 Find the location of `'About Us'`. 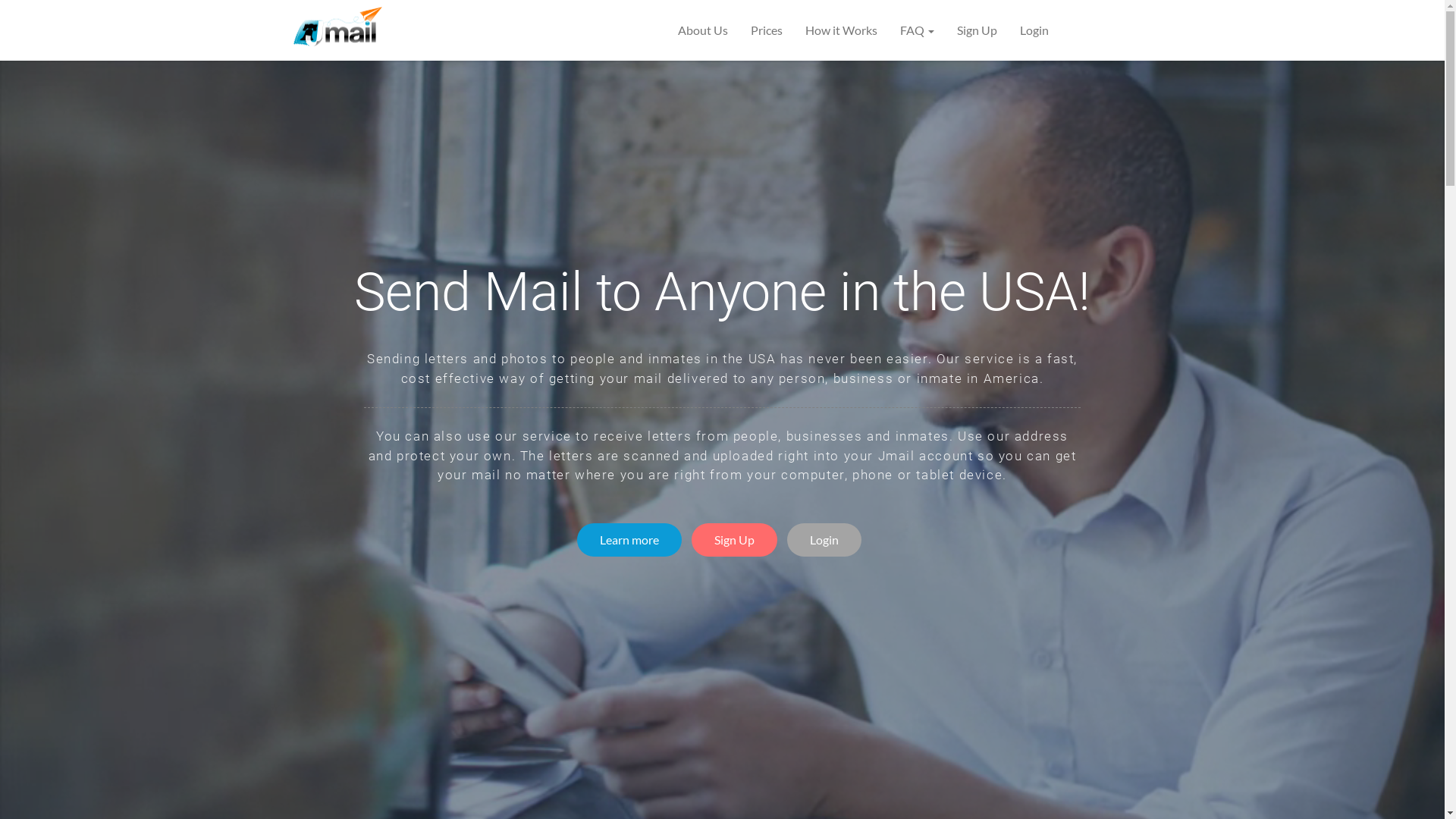

'About Us' is located at coordinates (701, 30).